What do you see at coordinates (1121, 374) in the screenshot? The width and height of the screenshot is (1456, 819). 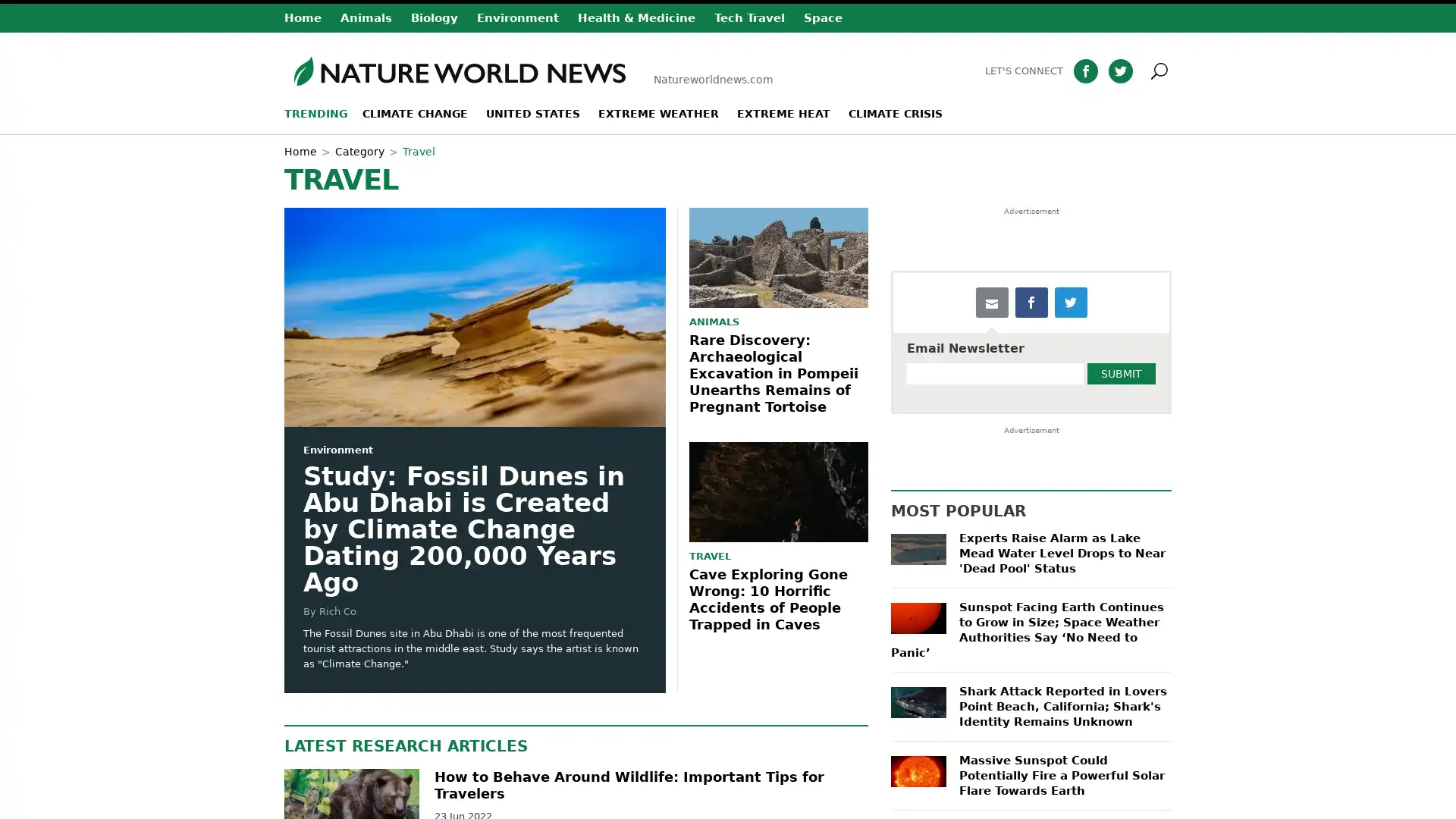 I see `Submit` at bounding box center [1121, 374].